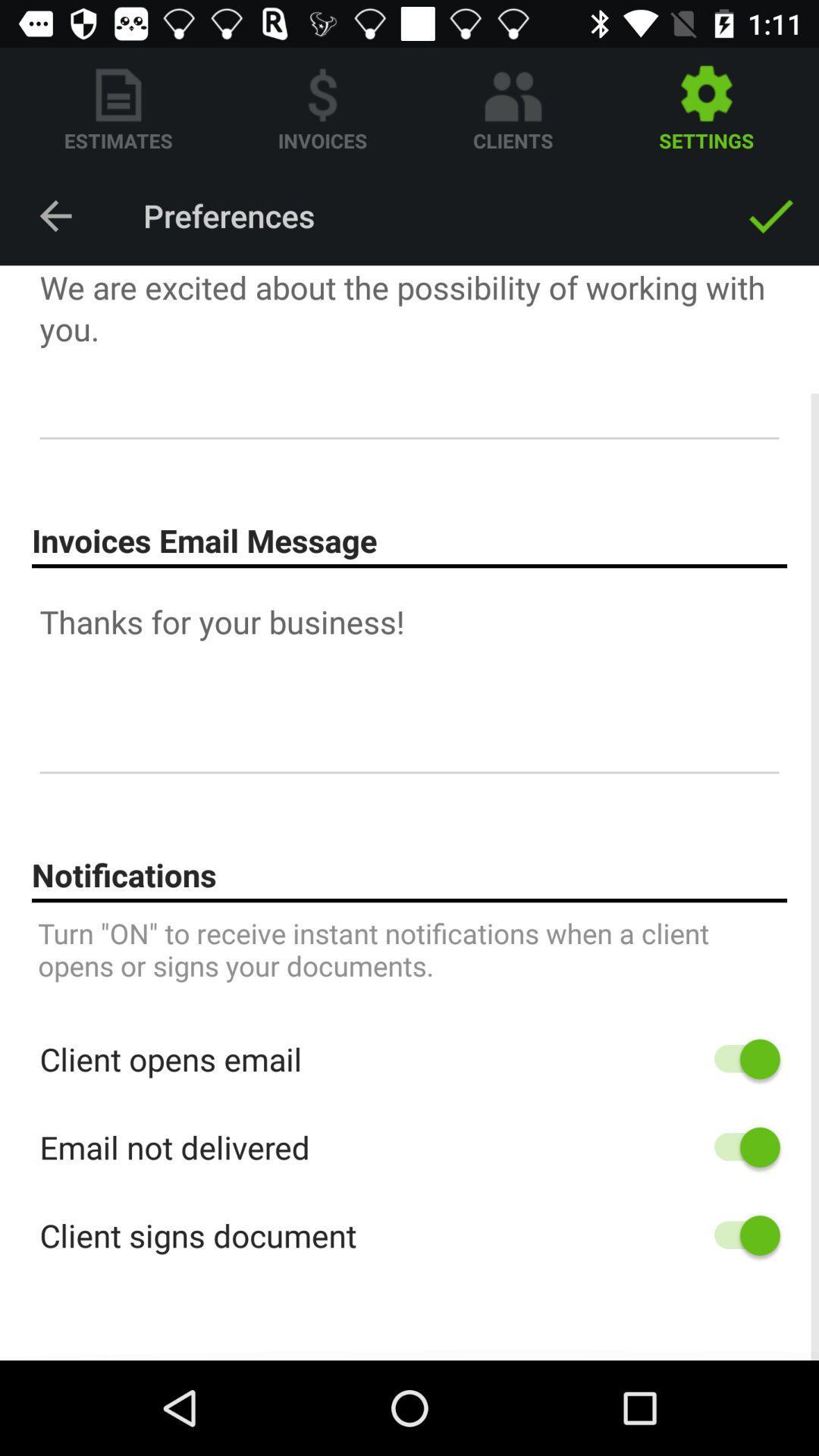  What do you see at coordinates (739, 1058) in the screenshot?
I see `notification for client opens email` at bounding box center [739, 1058].